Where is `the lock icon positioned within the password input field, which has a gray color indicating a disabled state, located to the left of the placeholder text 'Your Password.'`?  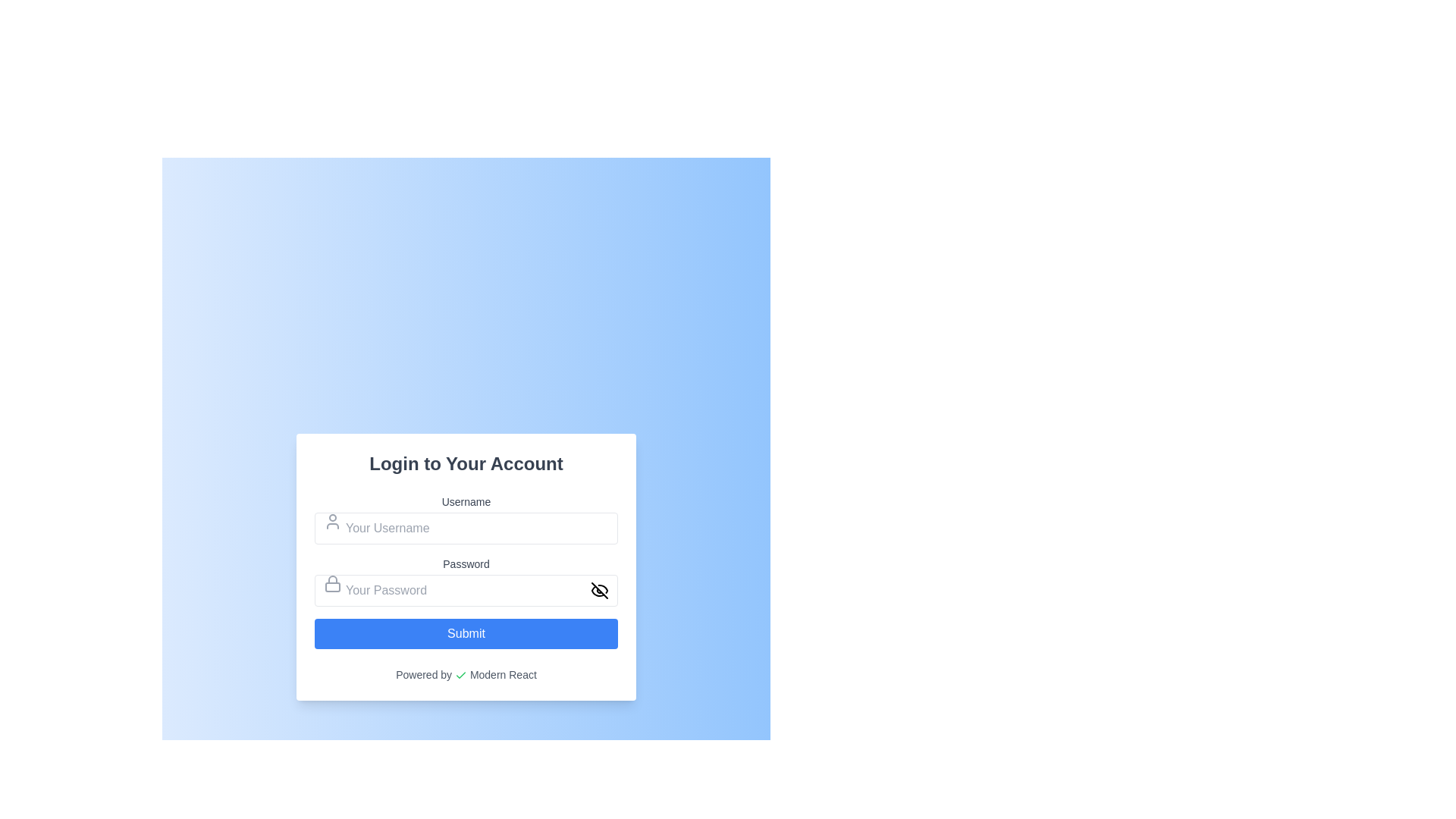
the lock icon positioned within the password input field, which has a gray color indicating a disabled state, located to the left of the placeholder text 'Your Password.' is located at coordinates (331, 583).